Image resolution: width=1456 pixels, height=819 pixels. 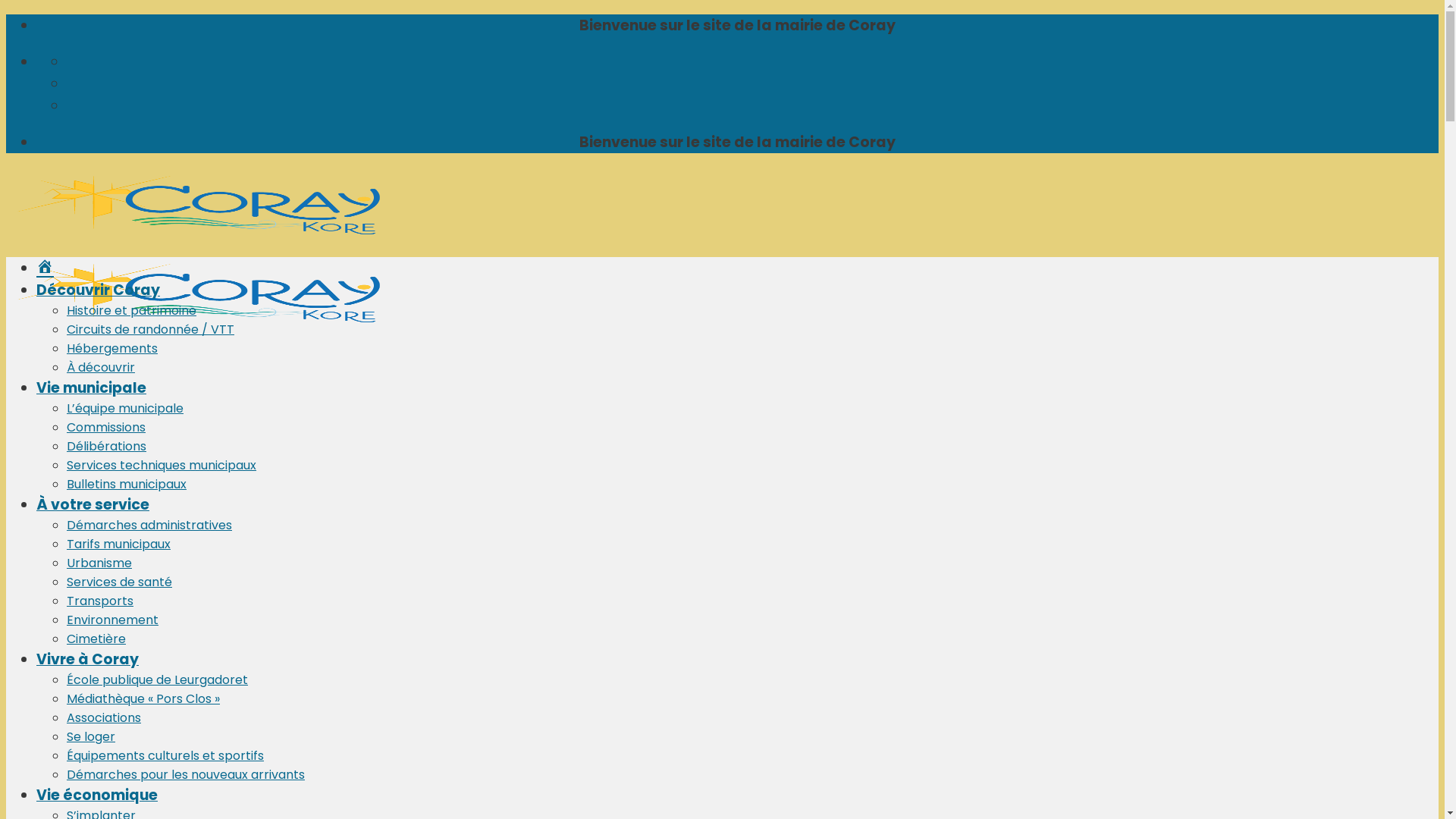 What do you see at coordinates (90, 736) in the screenshot?
I see `'Se loger'` at bounding box center [90, 736].